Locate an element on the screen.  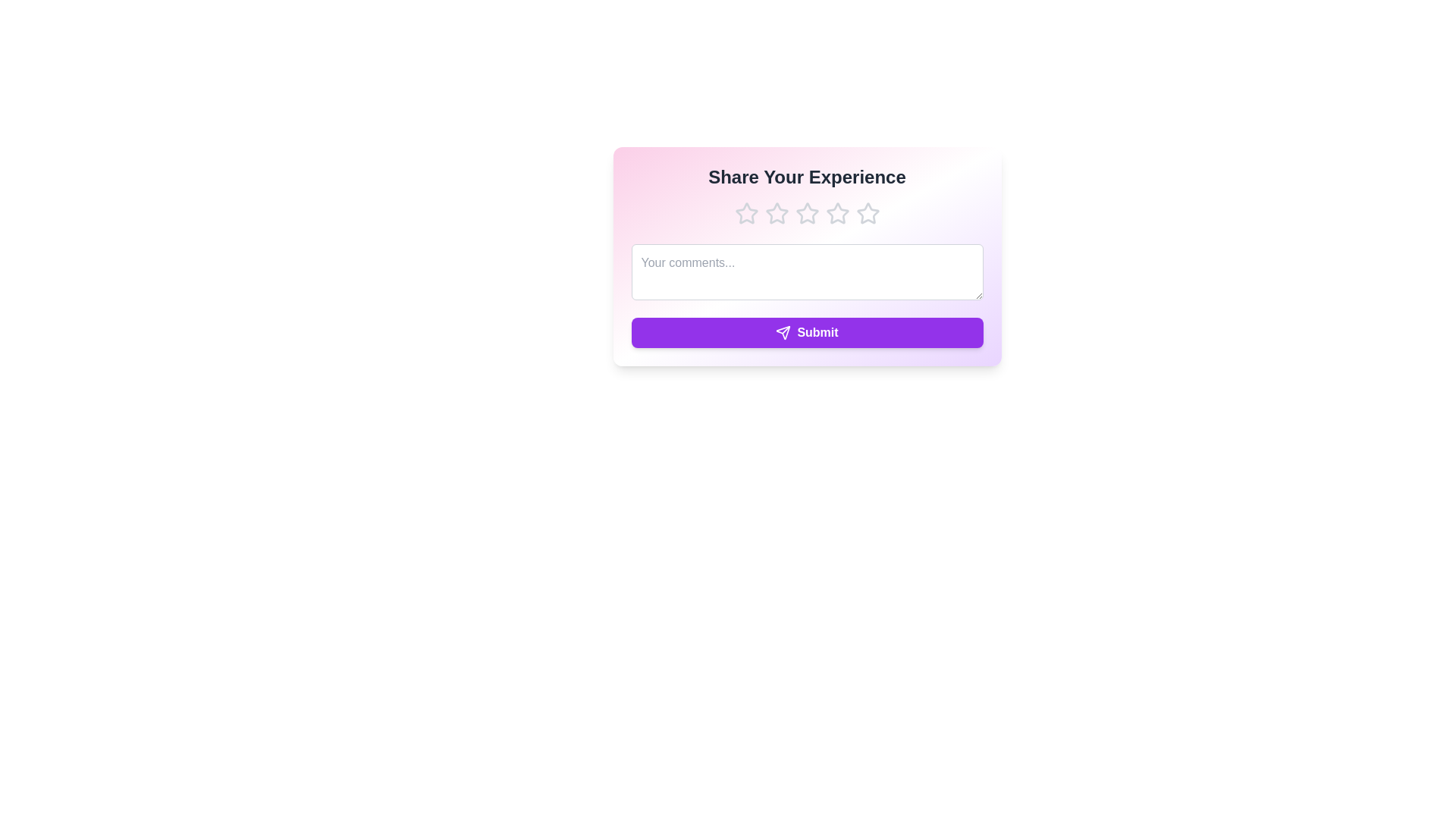
the fifth interactive rating star in the 'Share Your Experience' section is located at coordinates (836, 213).